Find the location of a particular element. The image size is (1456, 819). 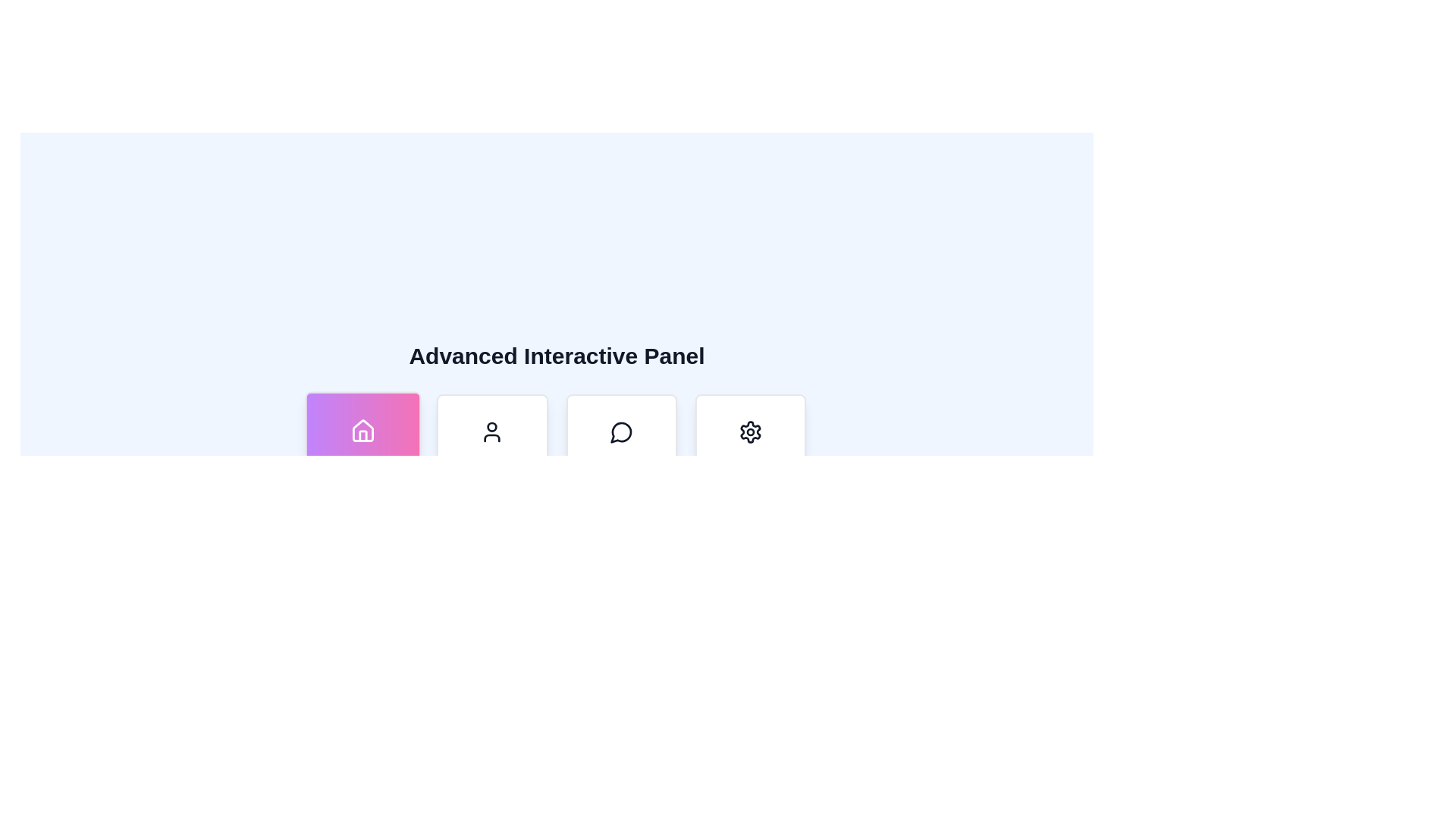

the 'Profile' button, which is the second item in a horizontally aligned group of cards, located to the right of the 'Dashboard' card and to the left of the 'Messages' card is located at coordinates (492, 447).